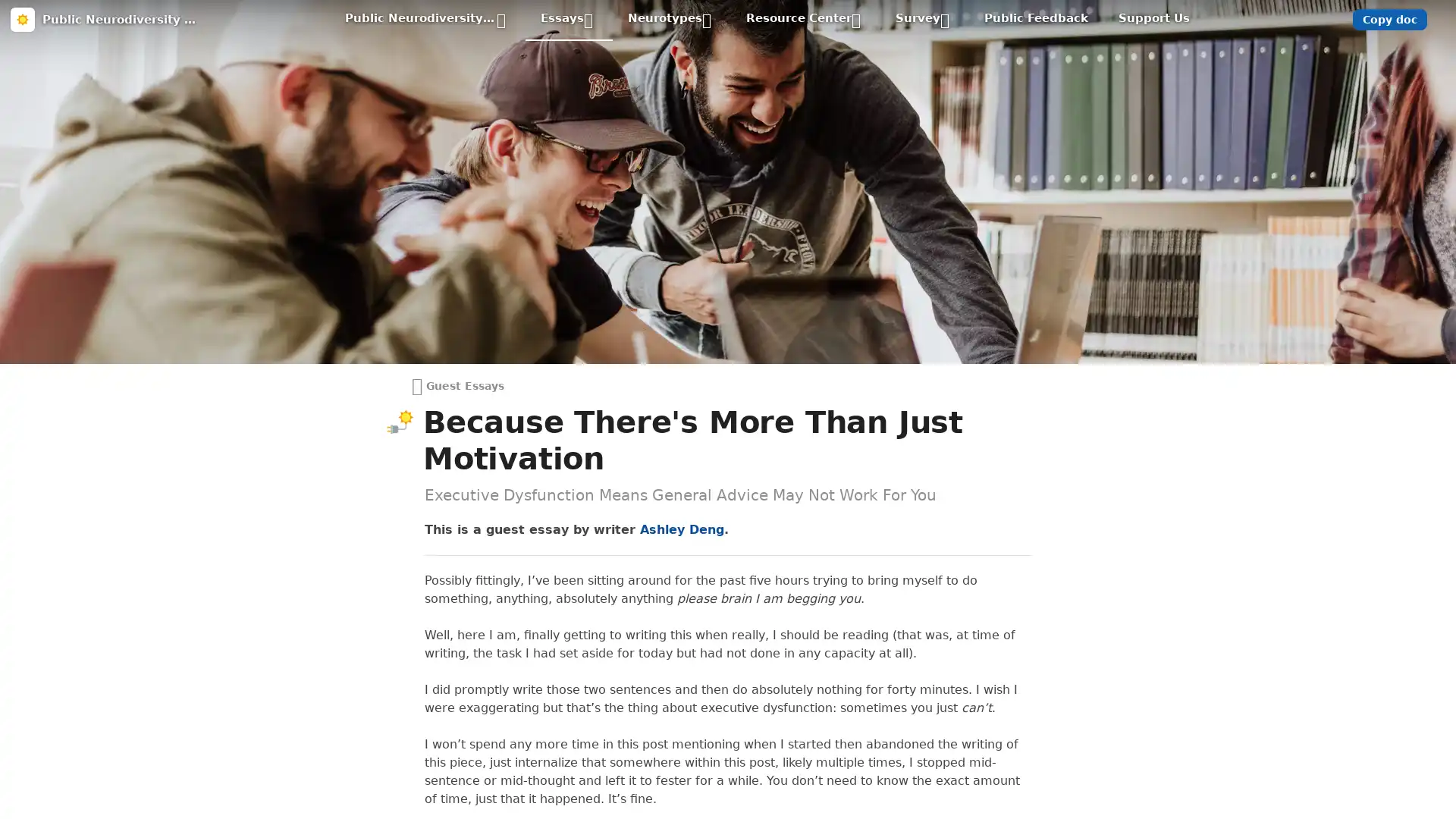  Describe the element at coordinates (726, 87) in the screenshot. I see `Reload doc` at that location.